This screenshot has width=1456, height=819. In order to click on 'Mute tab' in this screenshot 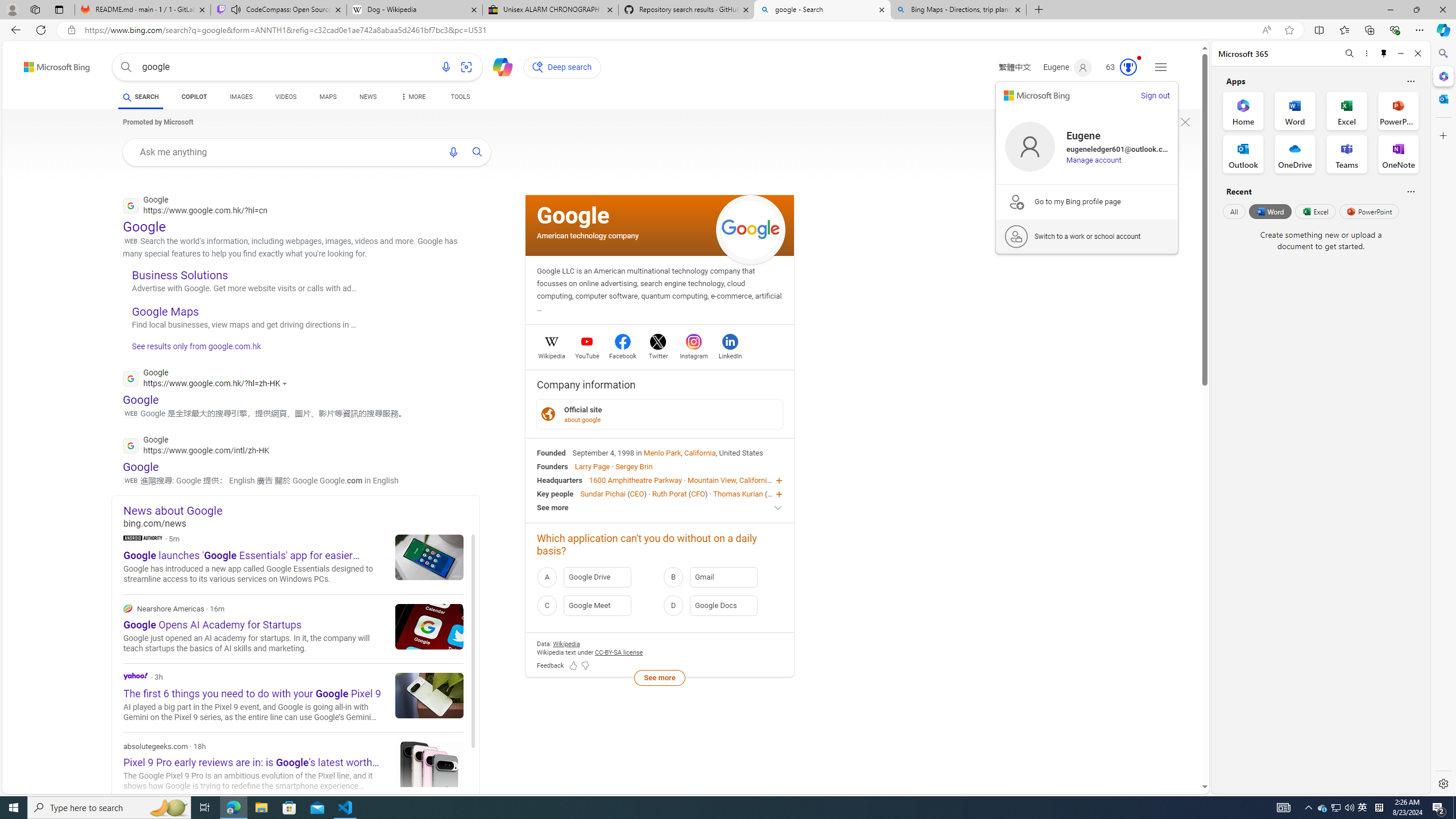, I will do `click(235, 9)`.